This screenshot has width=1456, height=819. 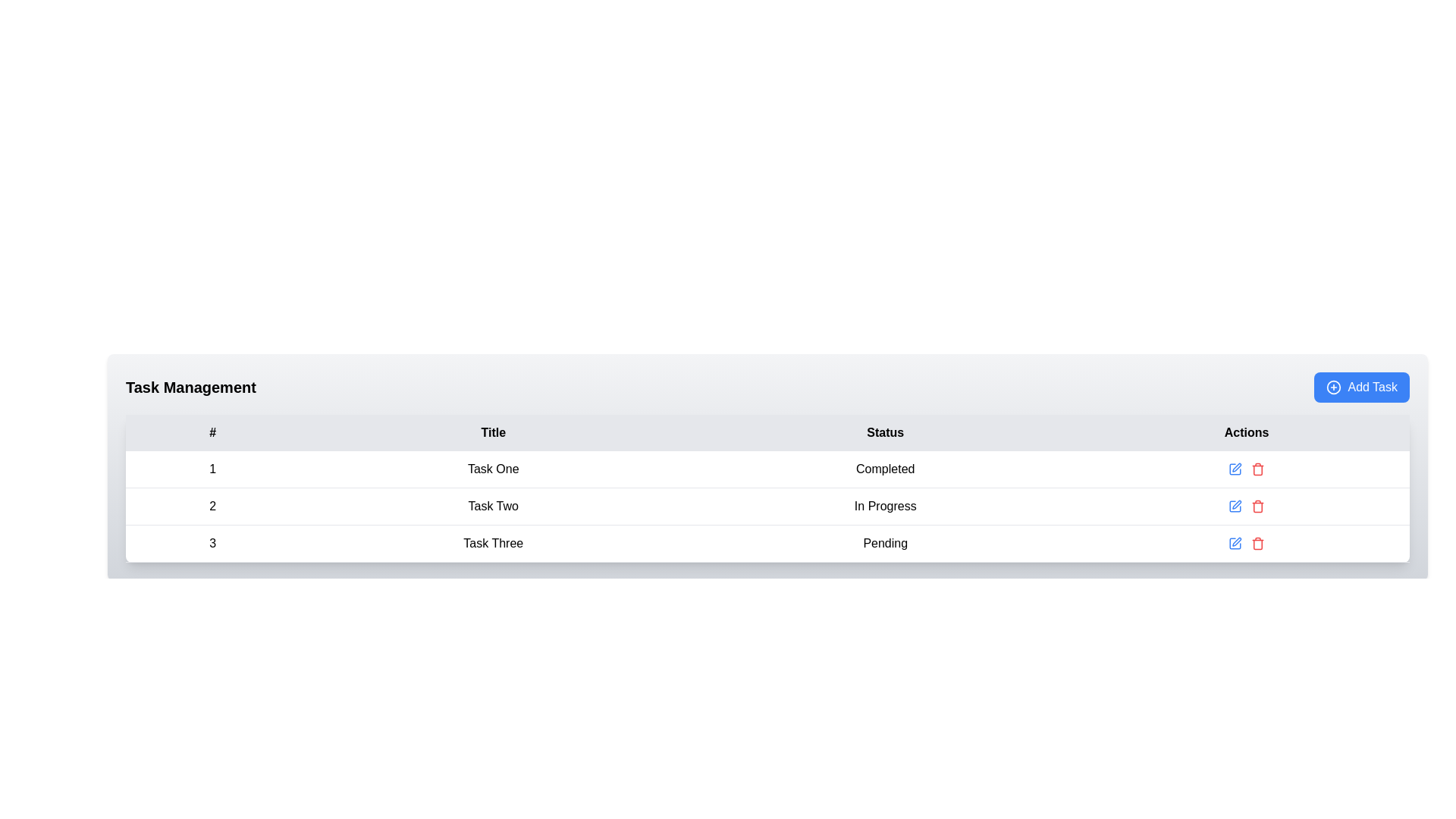 I want to click on the static text label displaying the symbol '#' in the header row of the table, which is the leftmost header among 'Title', 'Status', and 'Actions', so click(x=212, y=432).